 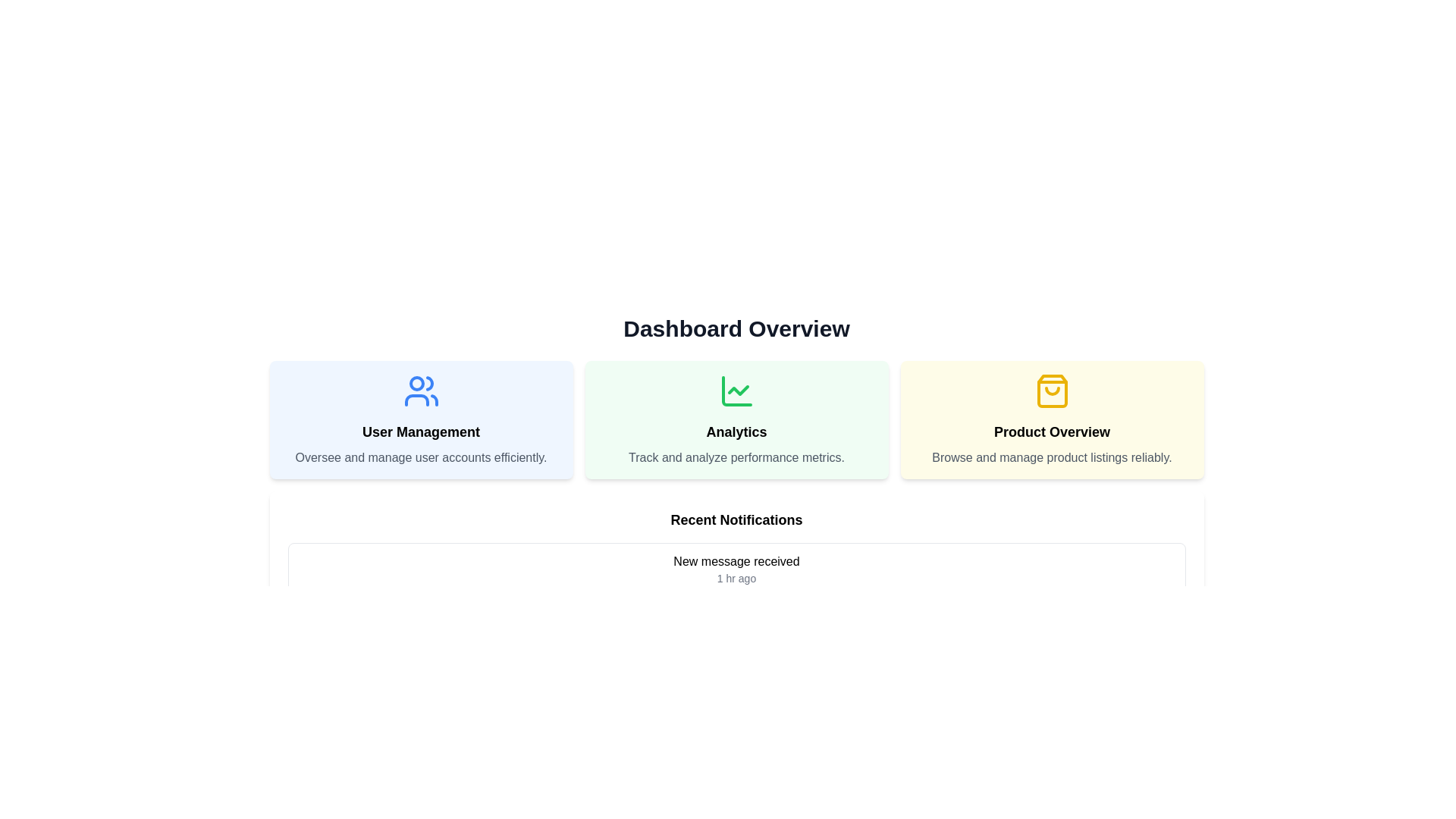 What do you see at coordinates (736, 391) in the screenshot?
I see `the design of the analytics icon located in the center card titled 'Analytics' which represents performance tracking` at bounding box center [736, 391].